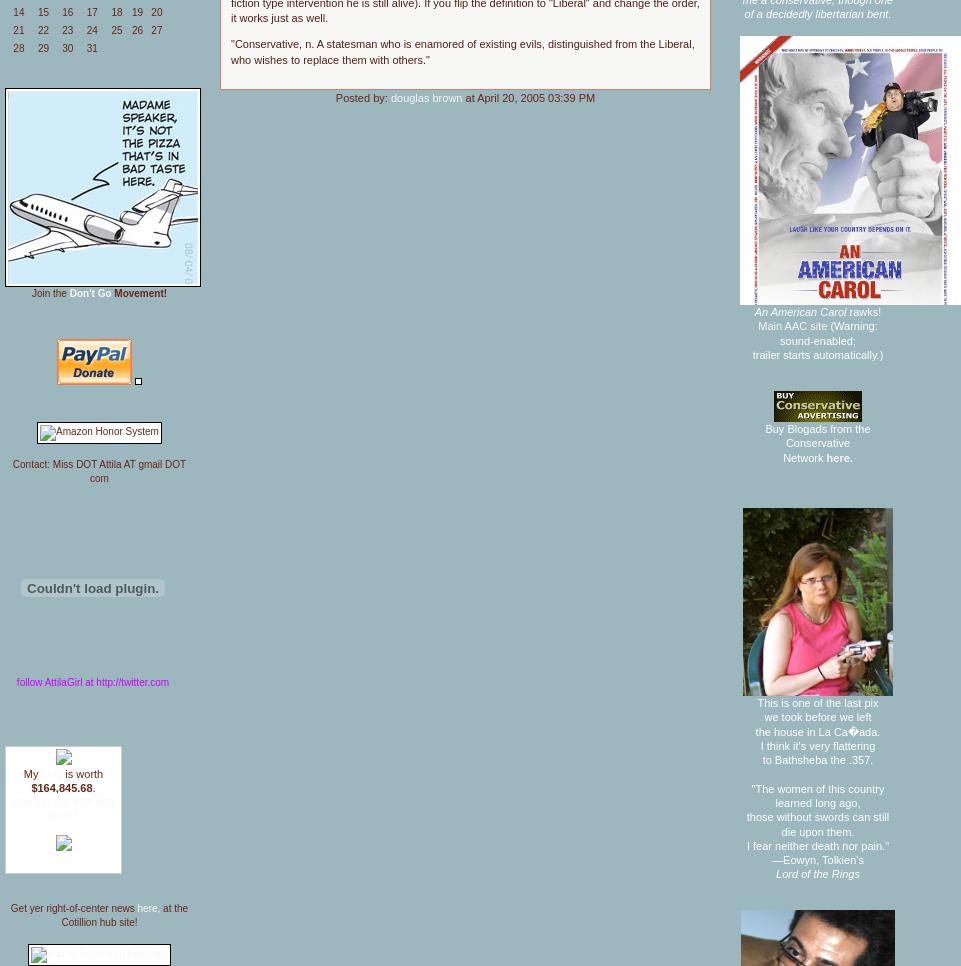 Image resolution: width=961 pixels, height=966 pixels. Describe the element at coordinates (86, 11) in the screenshot. I see `'17'` at that location.